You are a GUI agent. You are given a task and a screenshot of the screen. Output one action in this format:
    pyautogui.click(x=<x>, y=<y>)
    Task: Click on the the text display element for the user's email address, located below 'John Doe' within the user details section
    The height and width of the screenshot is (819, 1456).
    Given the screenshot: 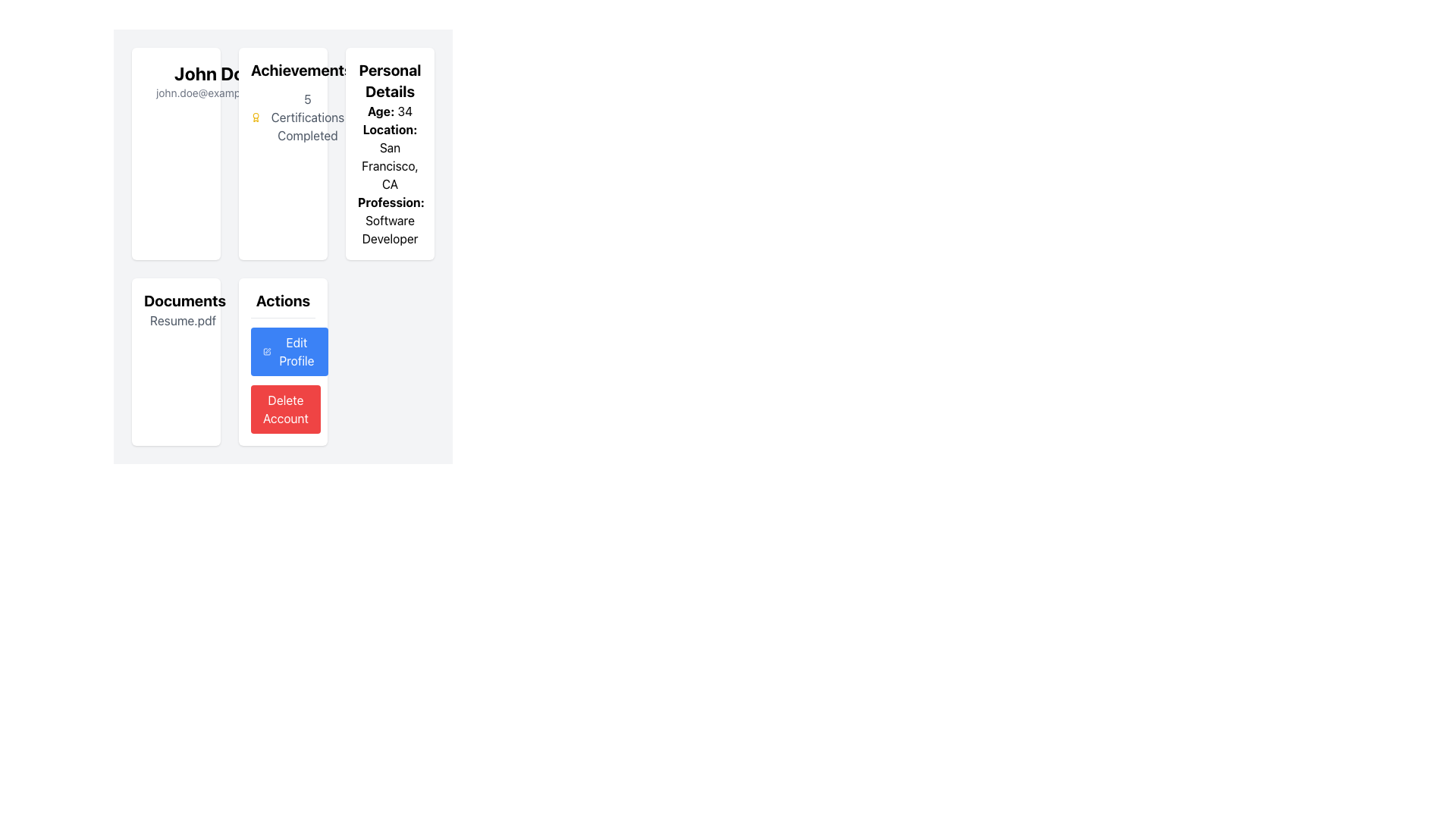 What is the action you would take?
    pyautogui.click(x=214, y=93)
    